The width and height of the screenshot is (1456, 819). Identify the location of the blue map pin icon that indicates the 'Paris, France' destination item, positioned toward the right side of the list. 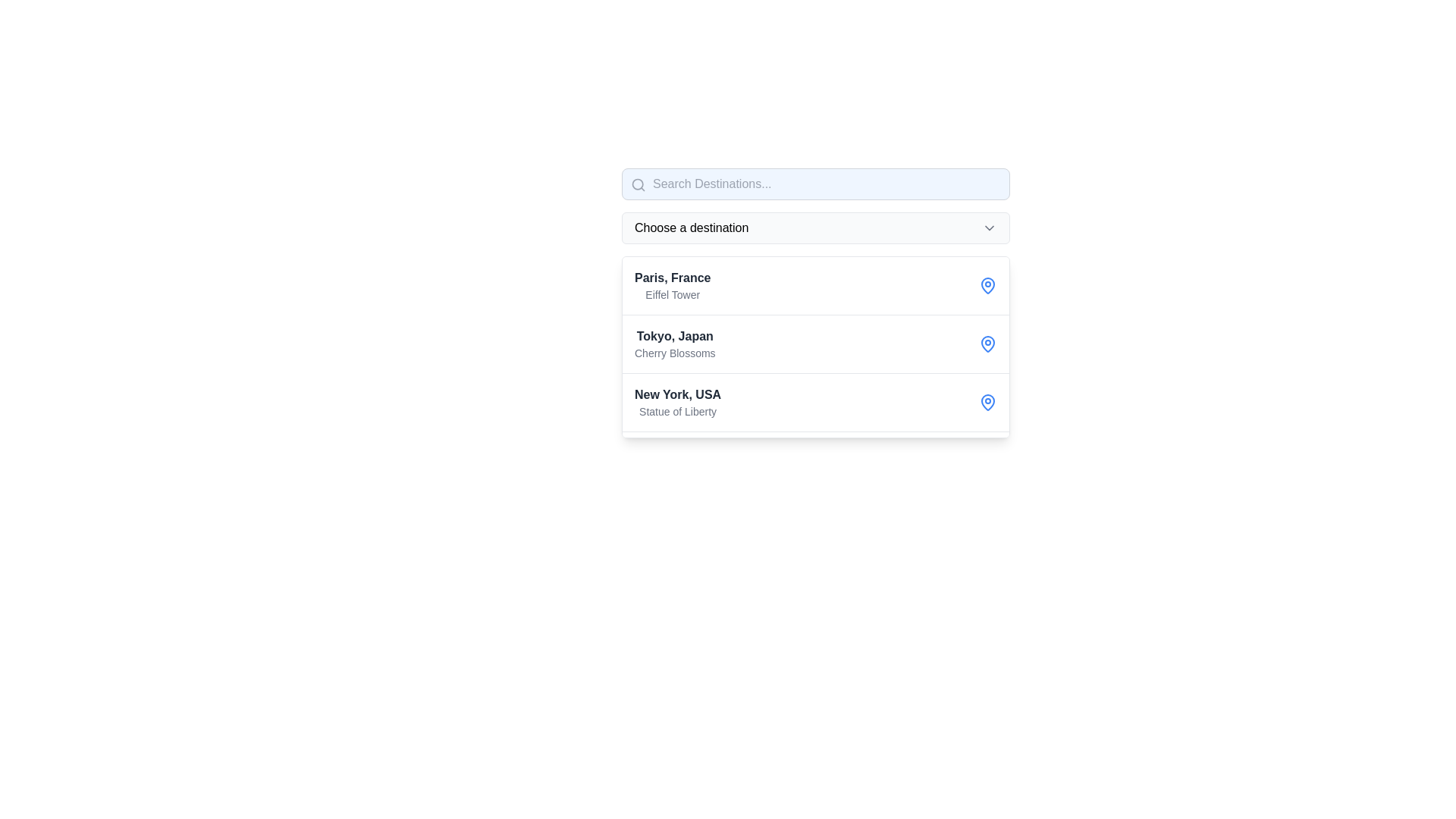
(987, 284).